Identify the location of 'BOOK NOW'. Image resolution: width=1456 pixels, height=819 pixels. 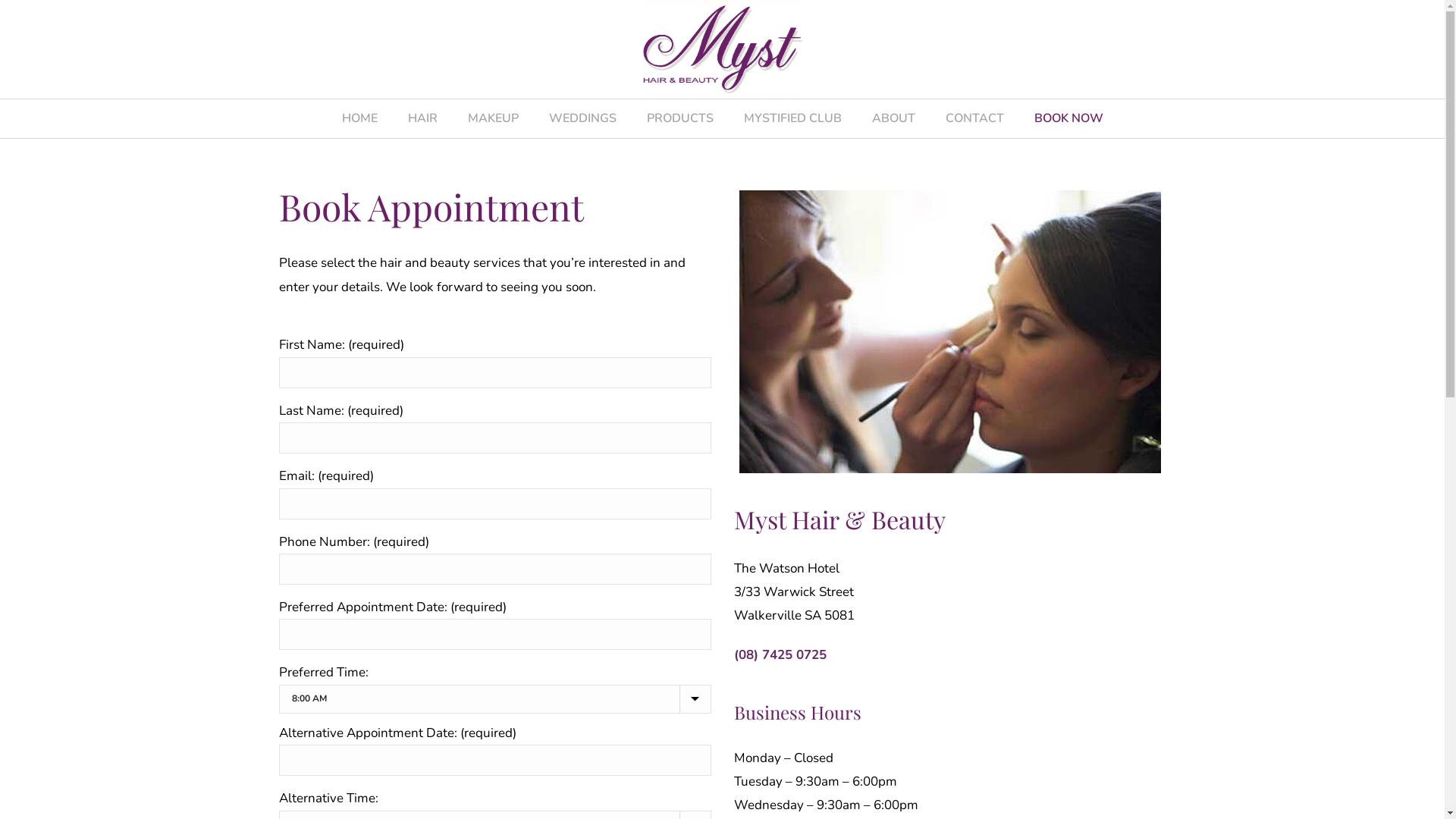
(1068, 118).